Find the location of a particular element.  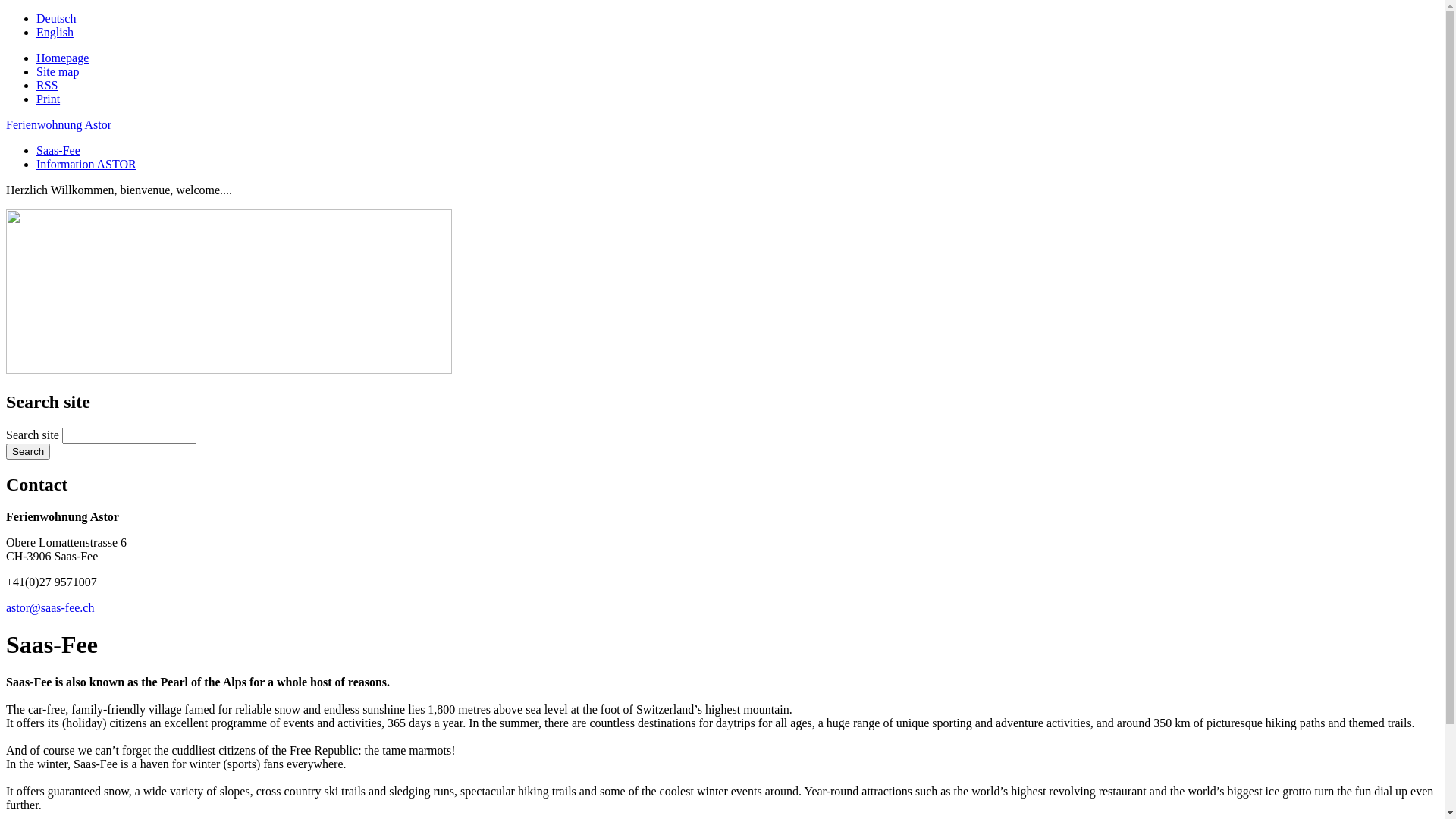

'English' is located at coordinates (36, 32).